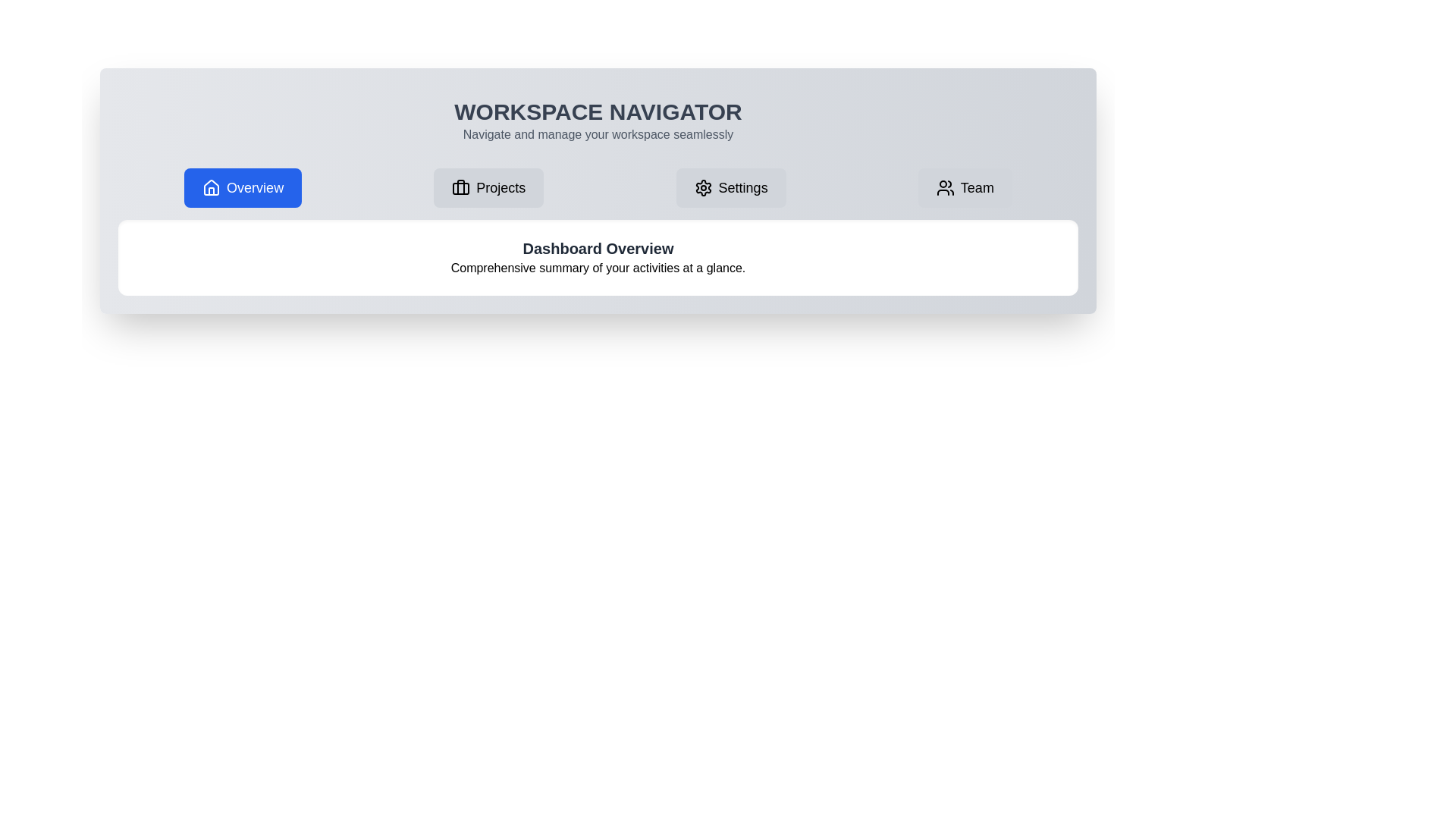  I want to click on the 'Settings' button located in the third position of the horizontal navigation bar within the 'Workspace Navigator' section, so click(731, 187).